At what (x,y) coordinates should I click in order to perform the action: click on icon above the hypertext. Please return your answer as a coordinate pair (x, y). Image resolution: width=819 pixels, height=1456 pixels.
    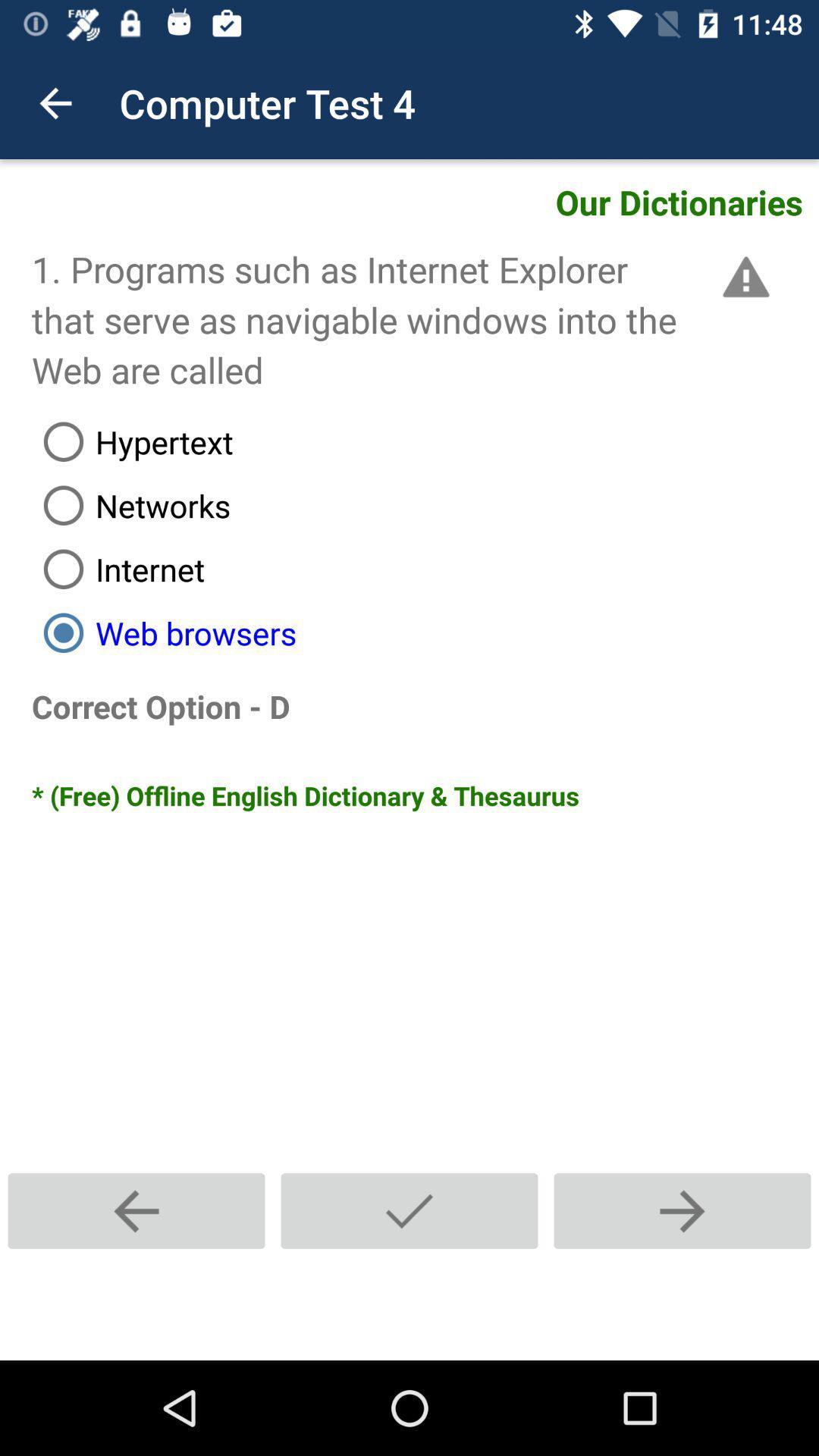
    Looking at the image, I should click on (742, 277).